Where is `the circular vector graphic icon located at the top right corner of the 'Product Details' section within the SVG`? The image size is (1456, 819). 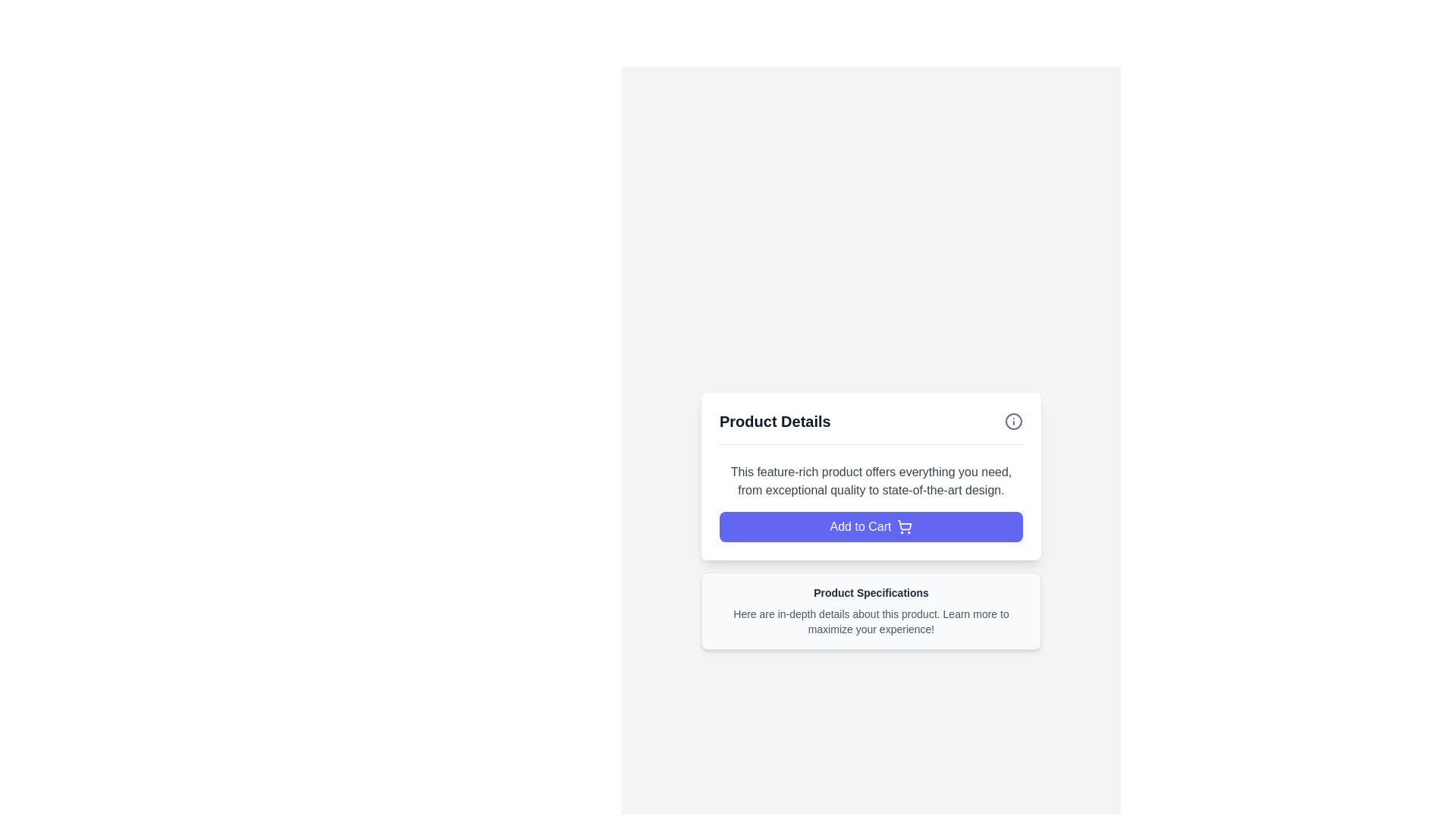
the circular vector graphic icon located at the top right corner of the 'Product Details' section within the SVG is located at coordinates (1014, 421).